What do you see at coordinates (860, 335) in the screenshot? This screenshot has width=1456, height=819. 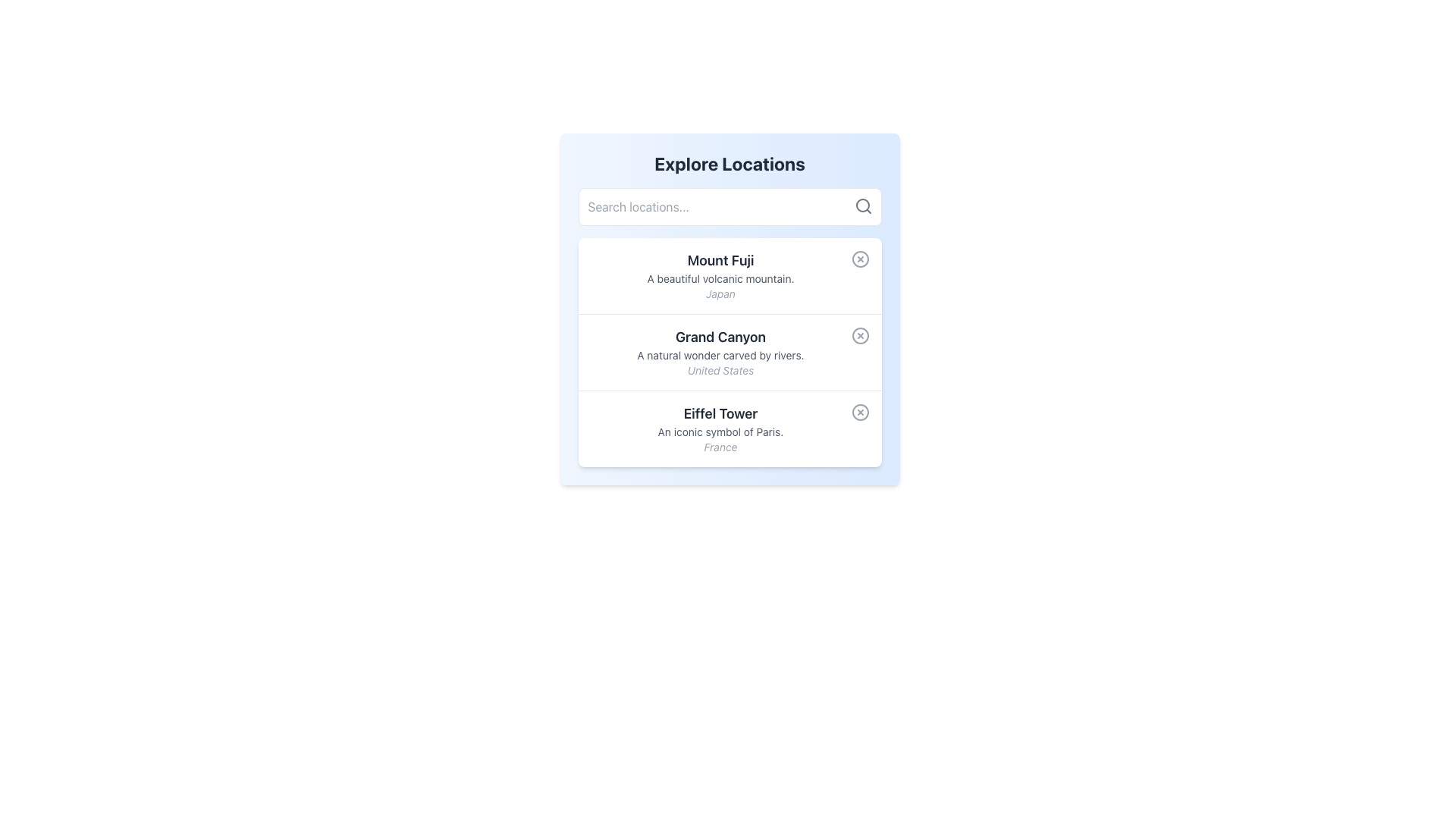 I see `the removal button located at the far right of the row associated with the 'Grand Canyon' entry in the list` at bounding box center [860, 335].